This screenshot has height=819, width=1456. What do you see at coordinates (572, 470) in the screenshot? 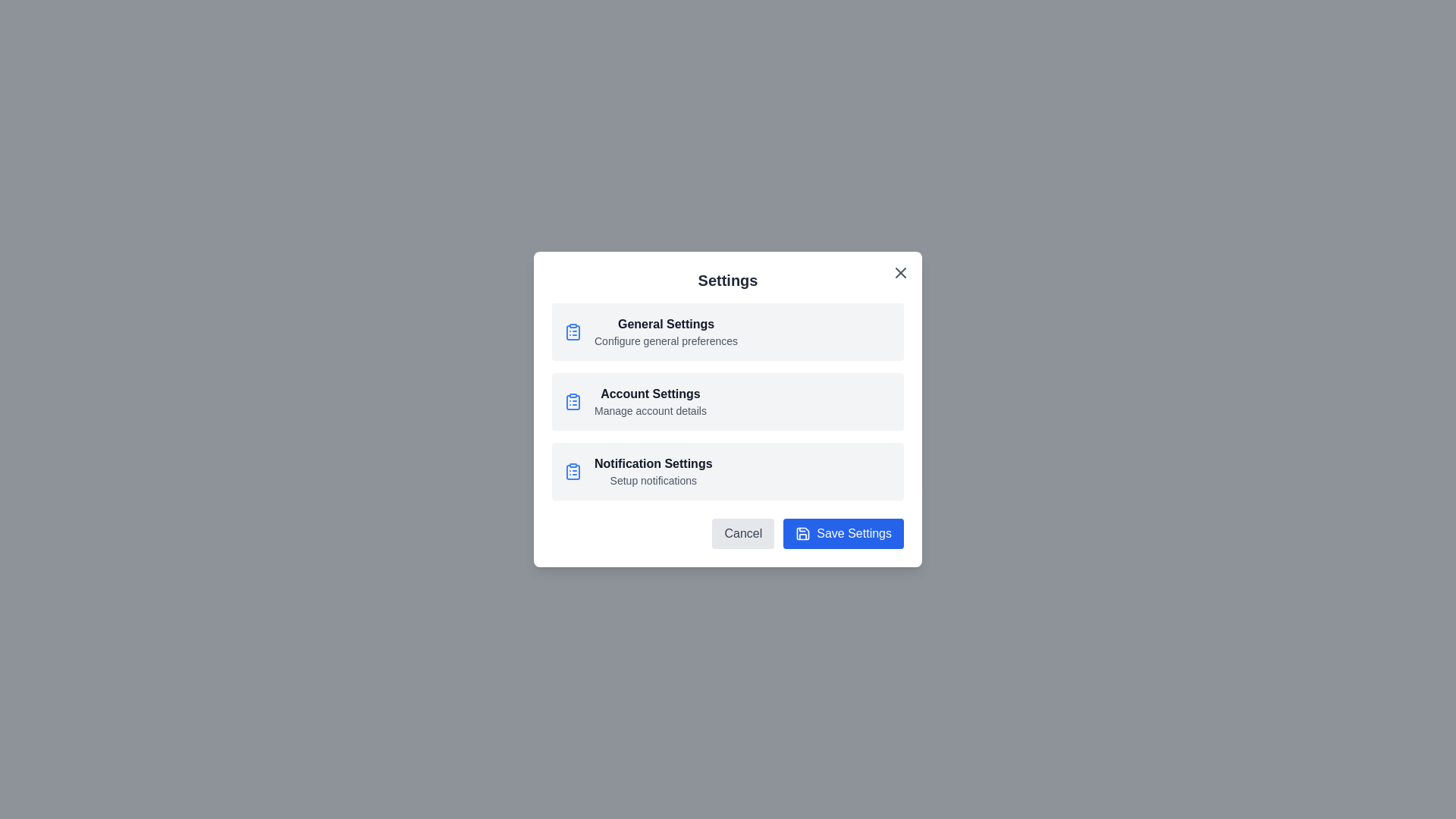
I see `the clipboard icon representing 'Notification Settings', which is styled in blue and located to the left of the text in the third row of the settings list` at bounding box center [572, 470].